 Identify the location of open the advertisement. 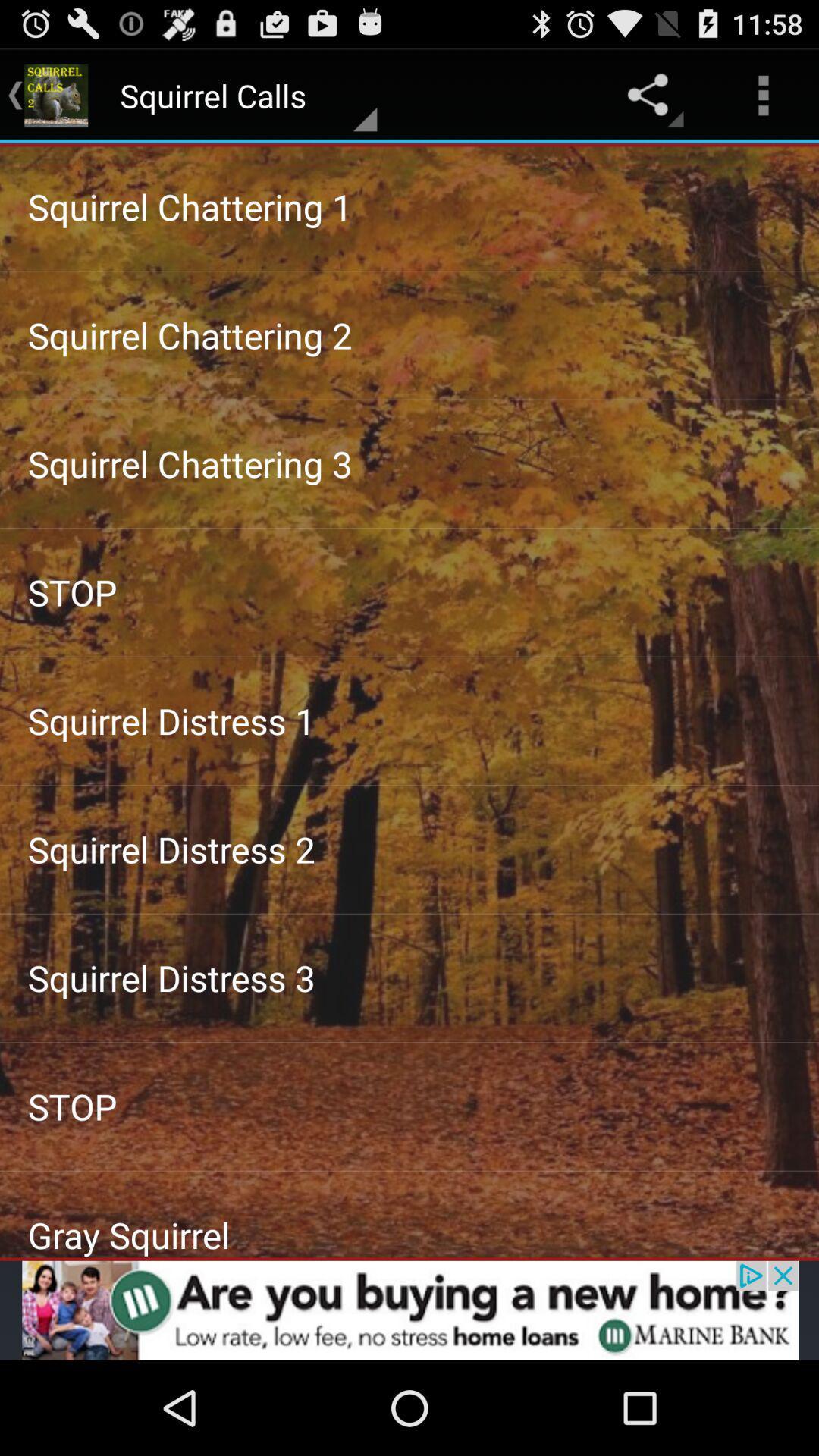
(409, 1310).